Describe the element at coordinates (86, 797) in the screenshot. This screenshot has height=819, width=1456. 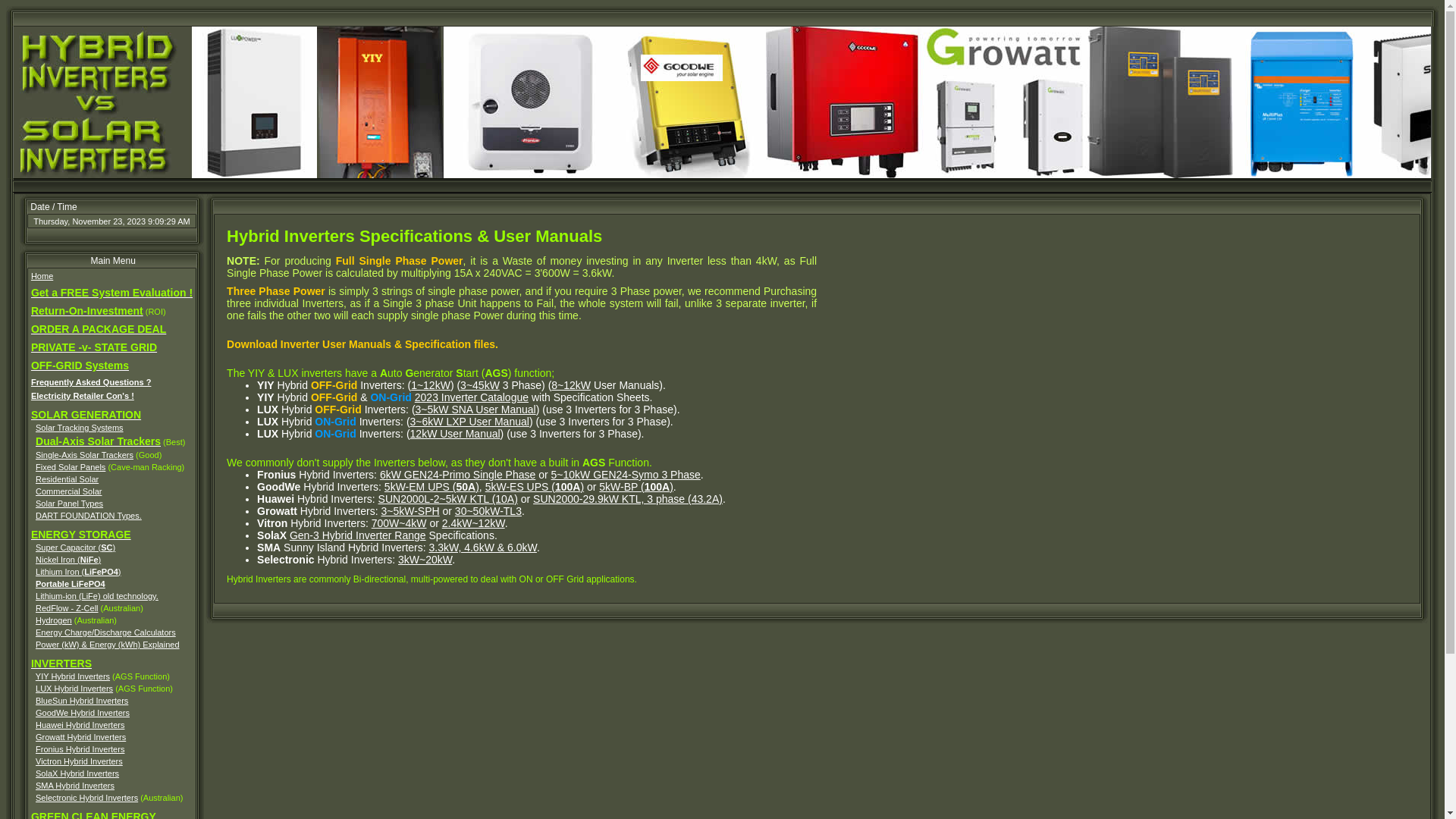
I see `'Selectronic Hybrid Inverters'` at that location.